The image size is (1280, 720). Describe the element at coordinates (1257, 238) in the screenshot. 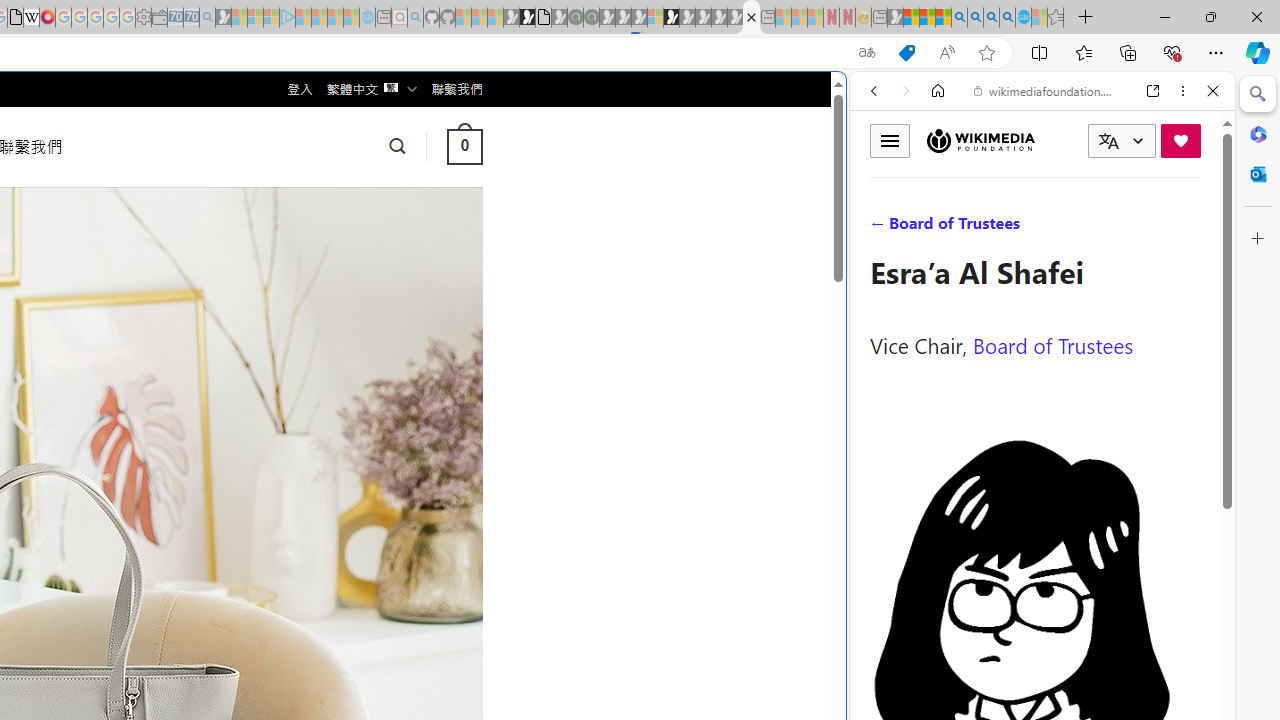

I see `'Close Customize pane'` at that location.